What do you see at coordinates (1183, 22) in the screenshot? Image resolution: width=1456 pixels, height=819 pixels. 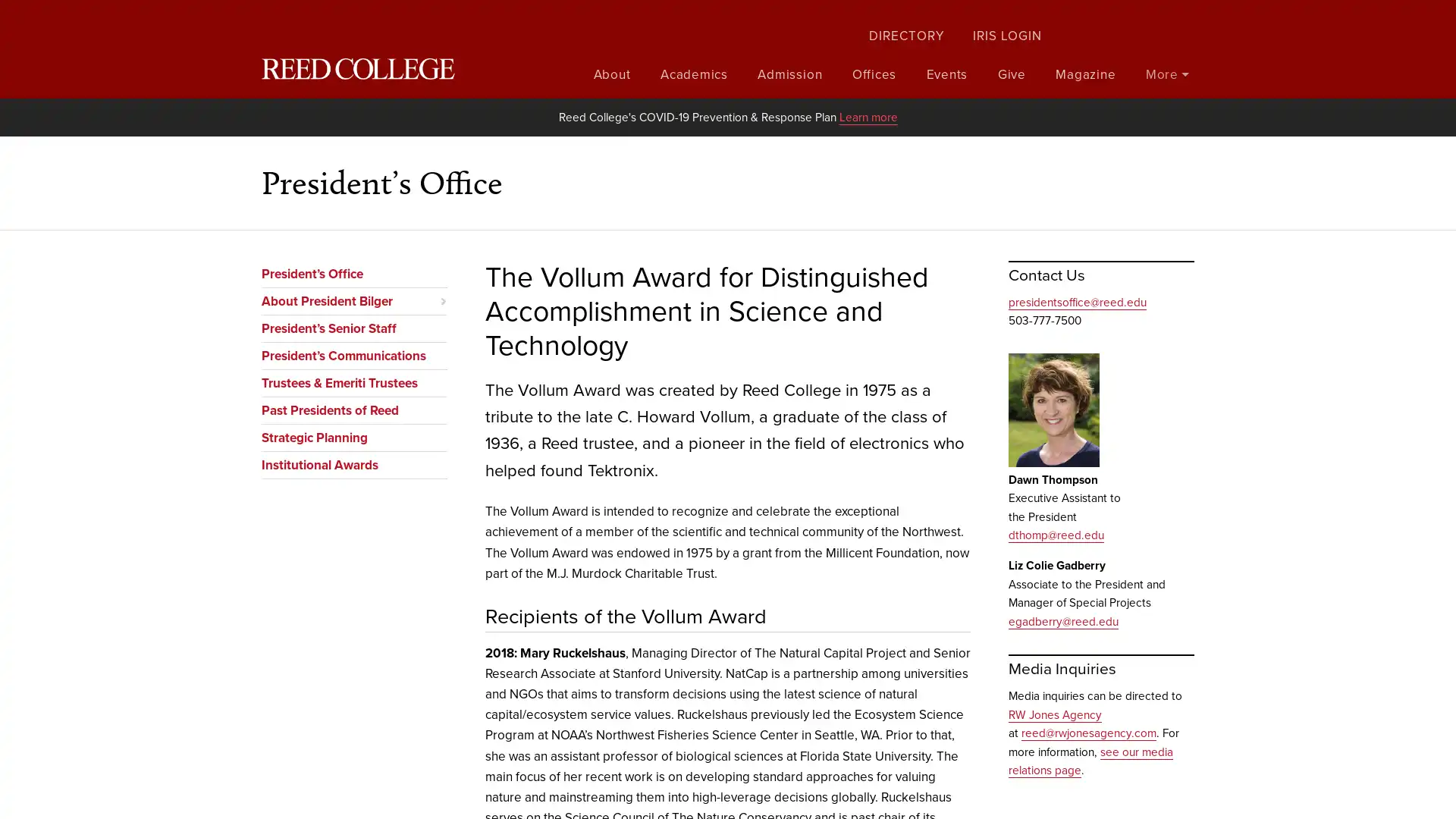 I see `Search Reed` at bounding box center [1183, 22].